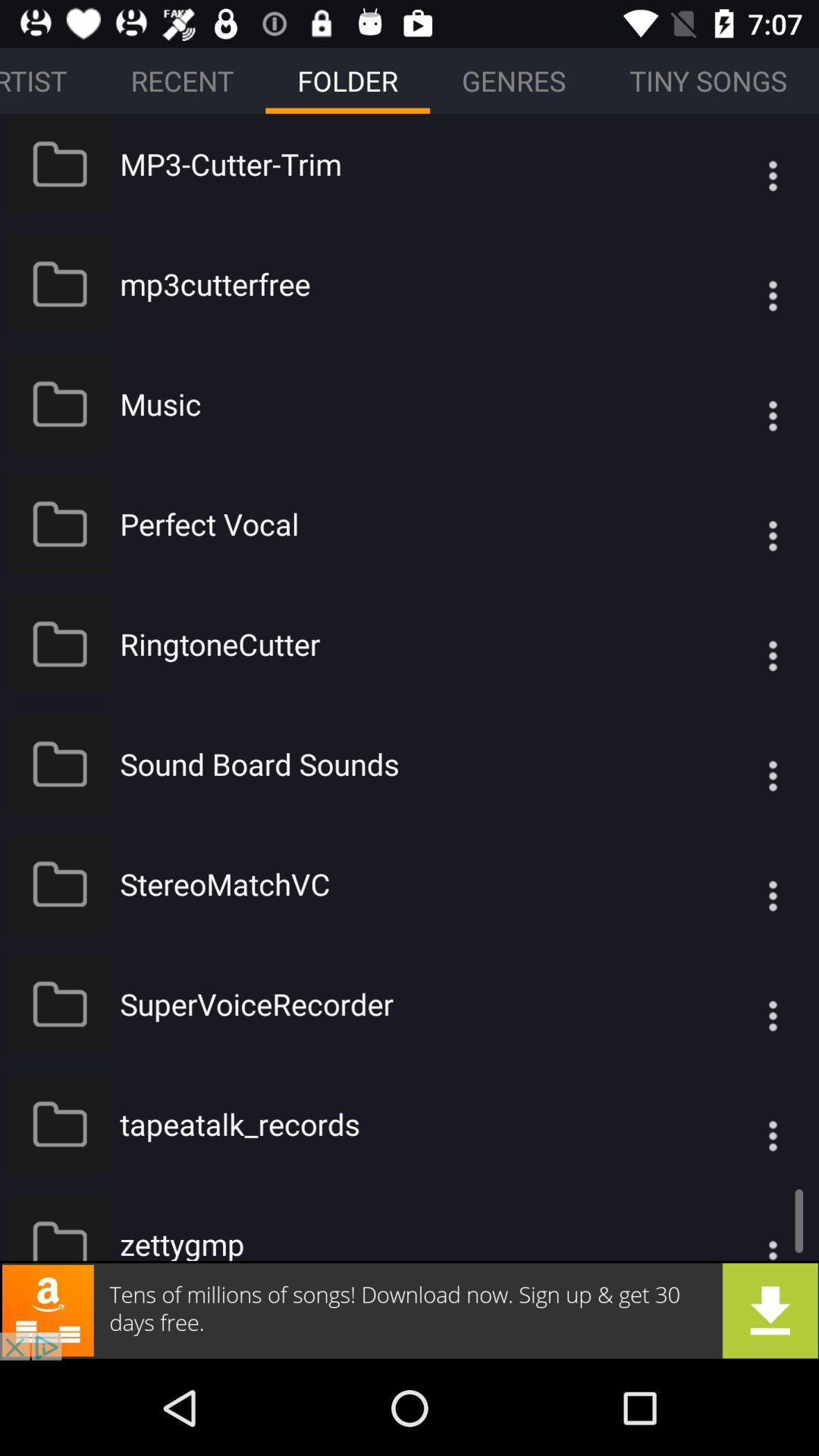 The height and width of the screenshot is (1456, 819). Describe the element at coordinates (59, 884) in the screenshot. I see `the folder icon which is left hand side of the text stereo match vc` at that location.